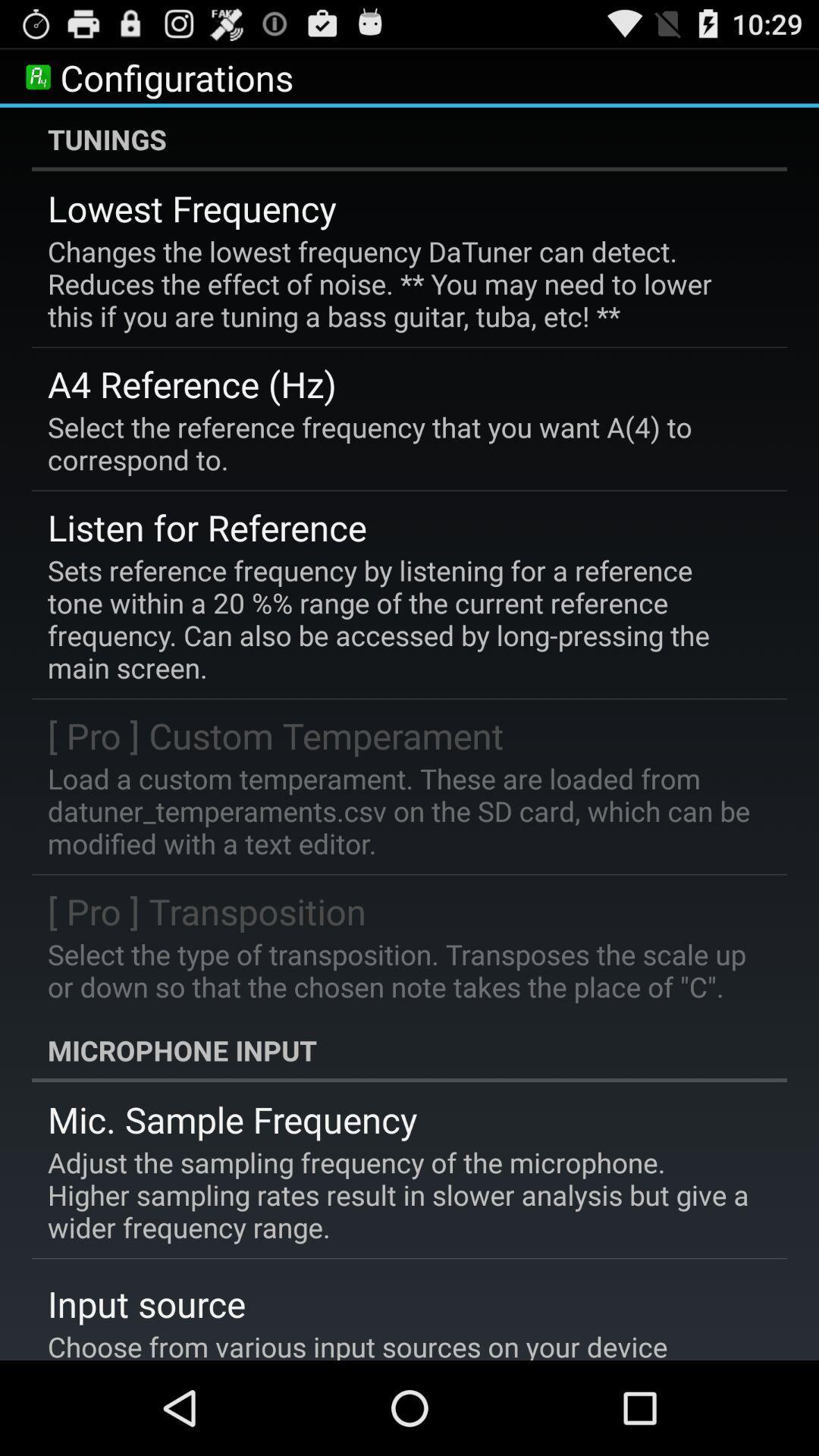  What do you see at coordinates (398, 284) in the screenshot?
I see `the changes the lowest` at bounding box center [398, 284].